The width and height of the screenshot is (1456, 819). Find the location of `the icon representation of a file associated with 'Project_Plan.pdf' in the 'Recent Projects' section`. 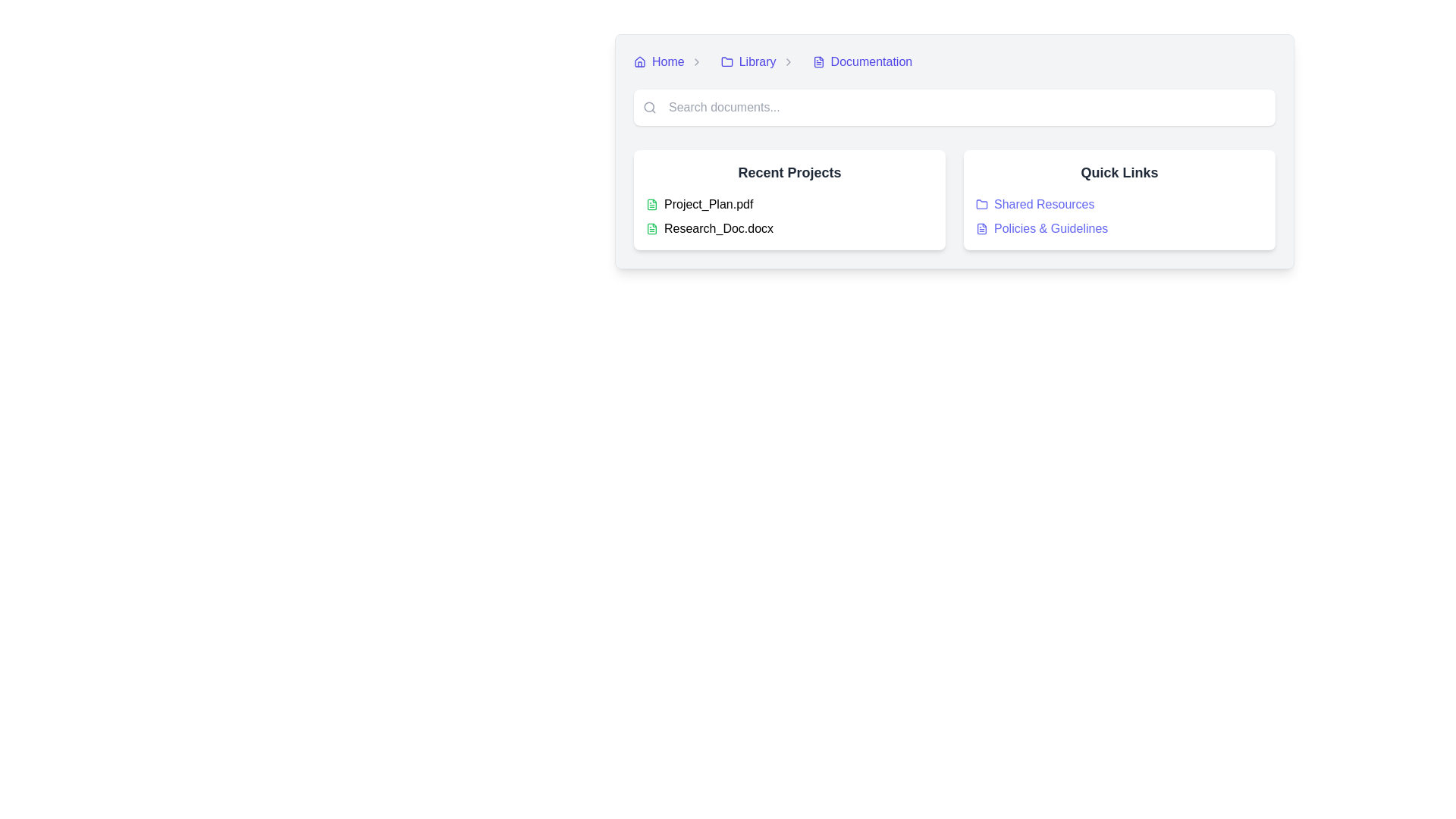

the icon representation of a file associated with 'Project_Plan.pdf' in the 'Recent Projects' section is located at coordinates (651, 205).